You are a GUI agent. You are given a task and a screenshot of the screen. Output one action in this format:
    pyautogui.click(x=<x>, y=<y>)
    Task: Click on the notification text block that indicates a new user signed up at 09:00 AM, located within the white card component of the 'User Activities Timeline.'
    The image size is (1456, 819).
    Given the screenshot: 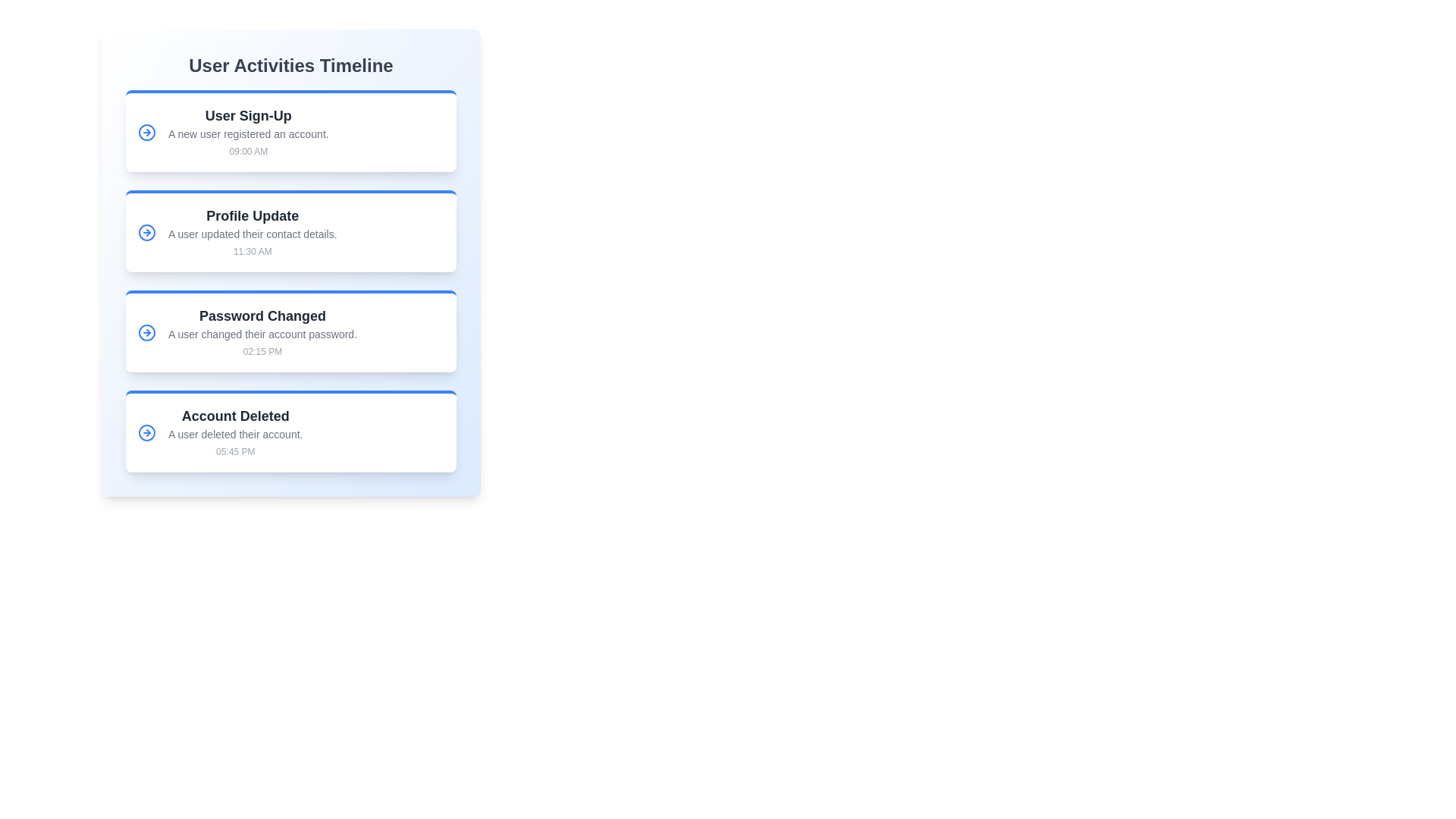 What is the action you would take?
    pyautogui.click(x=248, y=131)
    